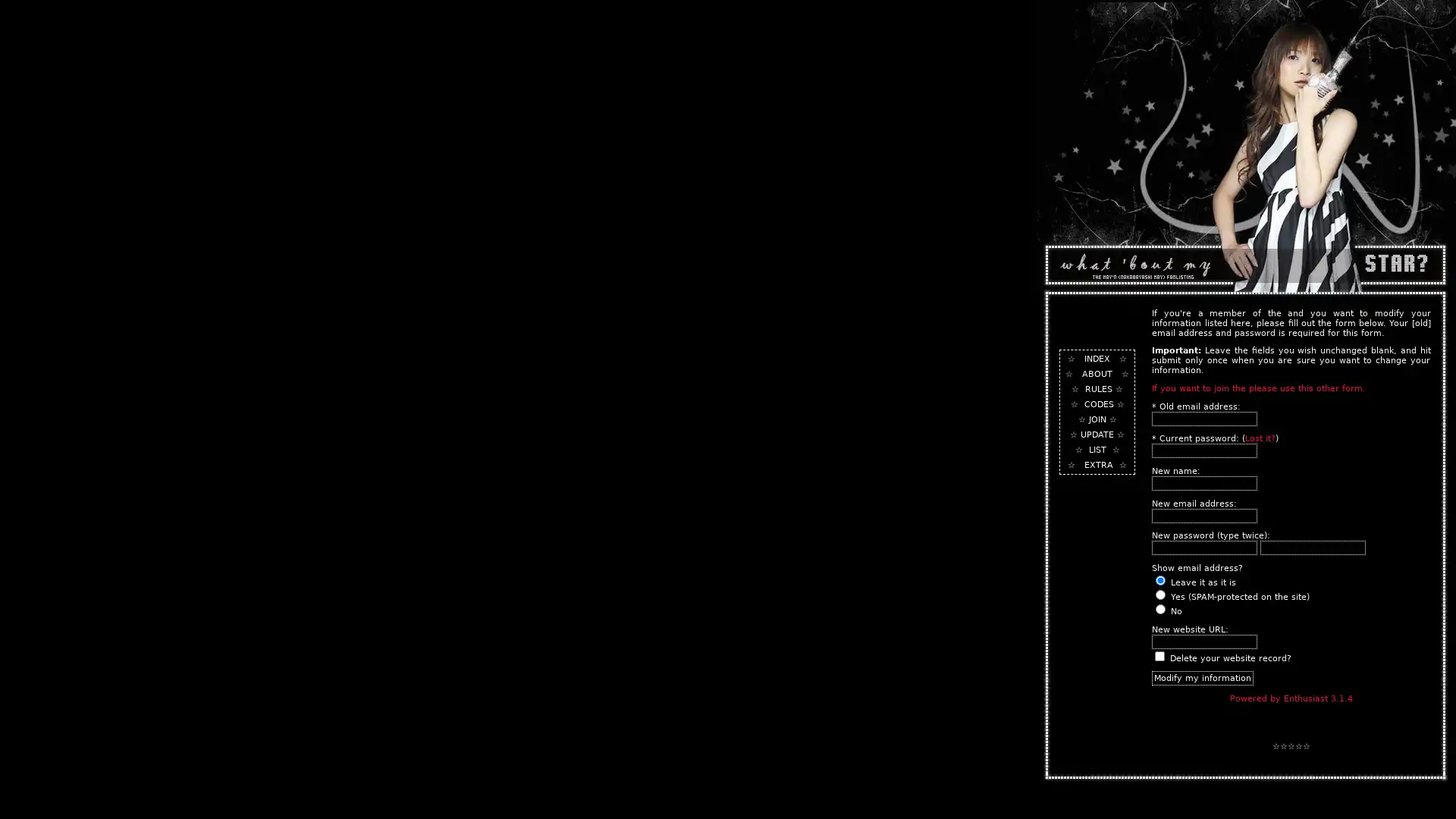 The image size is (1456, 819). What do you see at coordinates (1201, 677) in the screenshot?
I see `Modify my information` at bounding box center [1201, 677].